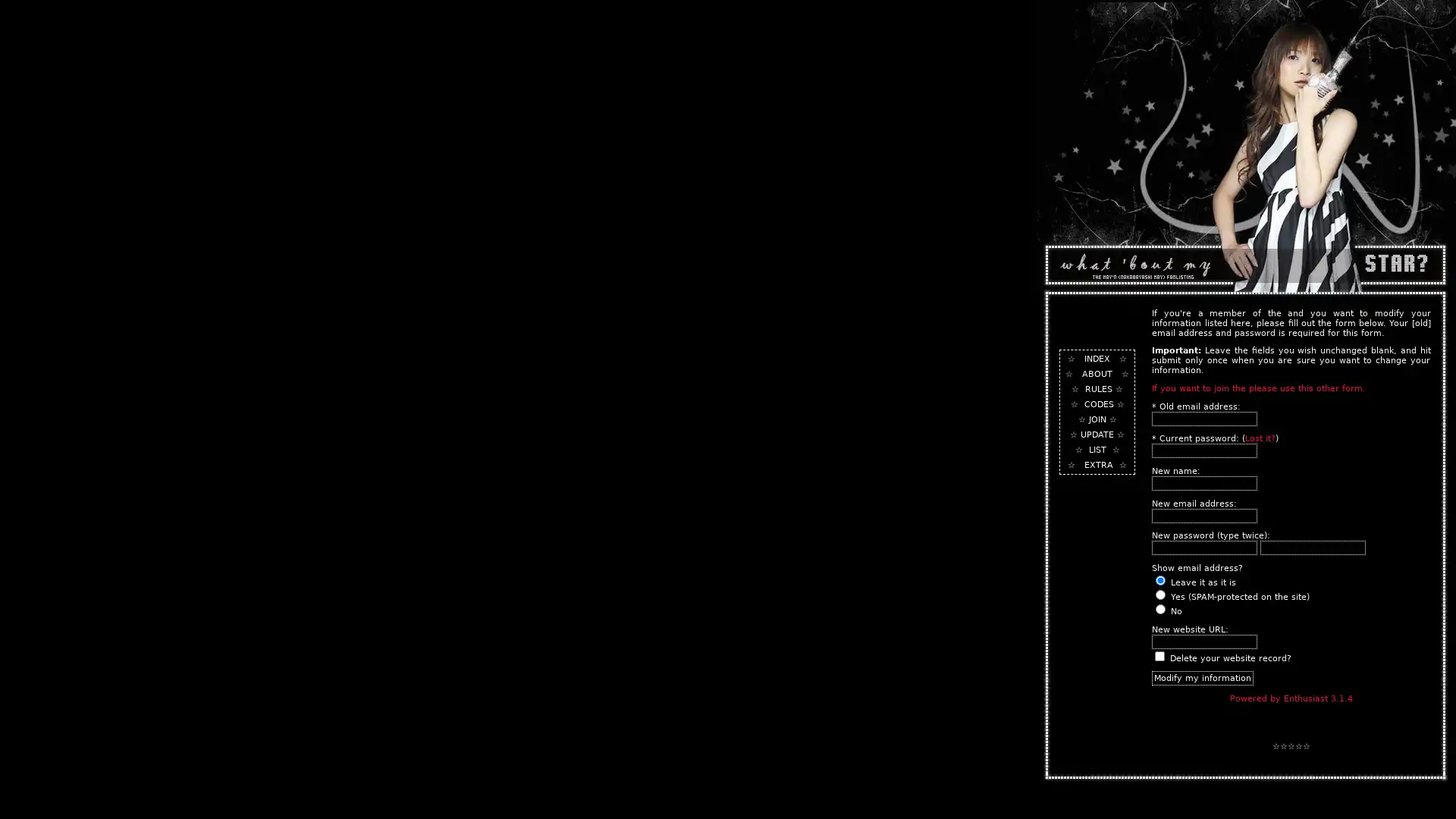 The image size is (1456, 819). What do you see at coordinates (1201, 677) in the screenshot?
I see `Modify my information` at bounding box center [1201, 677].